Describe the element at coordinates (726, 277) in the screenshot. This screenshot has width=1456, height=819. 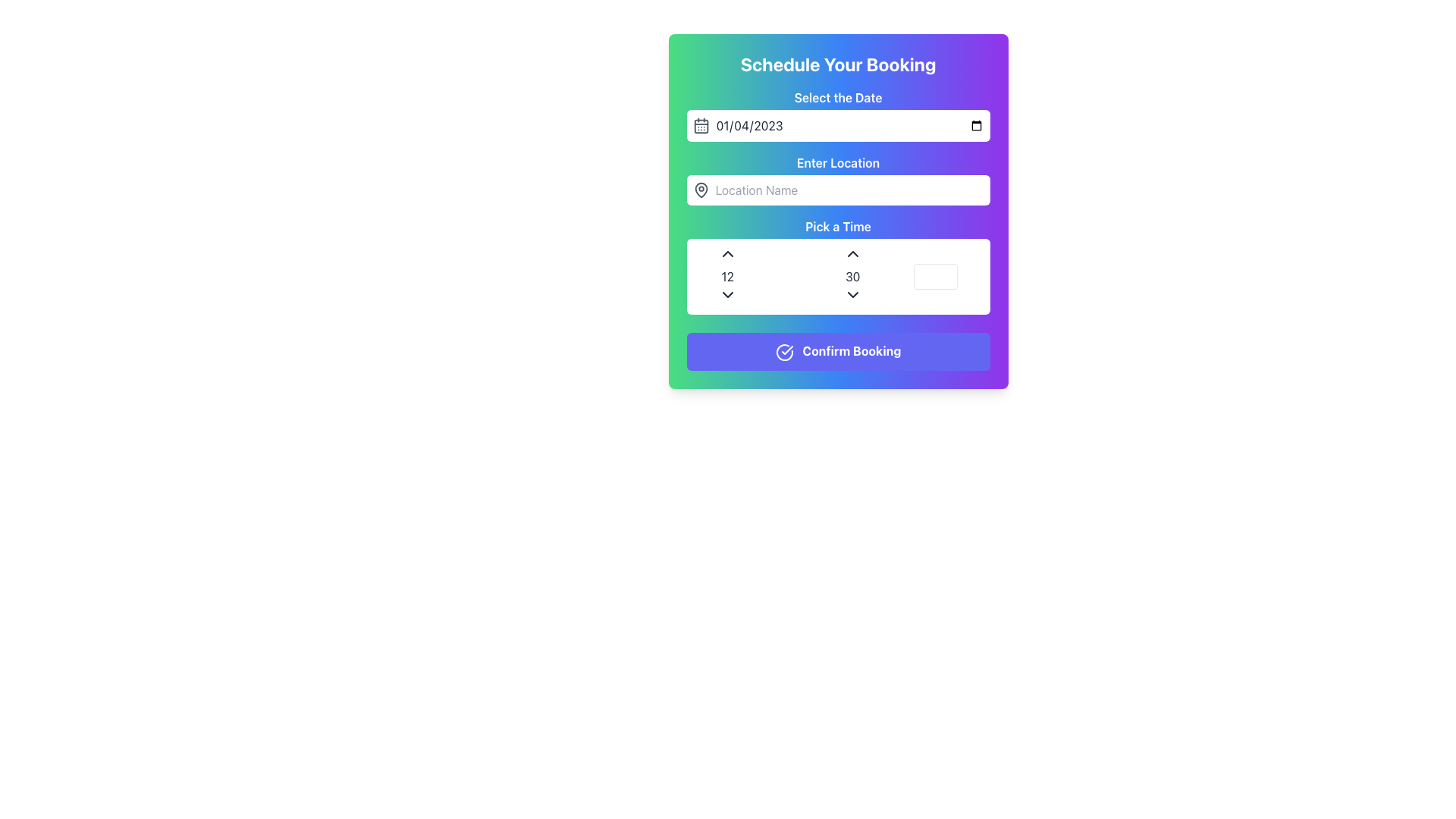
I see `displayed time value from the numeral '12' text label within the time picker component, which is centrally located between the up and down arrow buttons` at that location.